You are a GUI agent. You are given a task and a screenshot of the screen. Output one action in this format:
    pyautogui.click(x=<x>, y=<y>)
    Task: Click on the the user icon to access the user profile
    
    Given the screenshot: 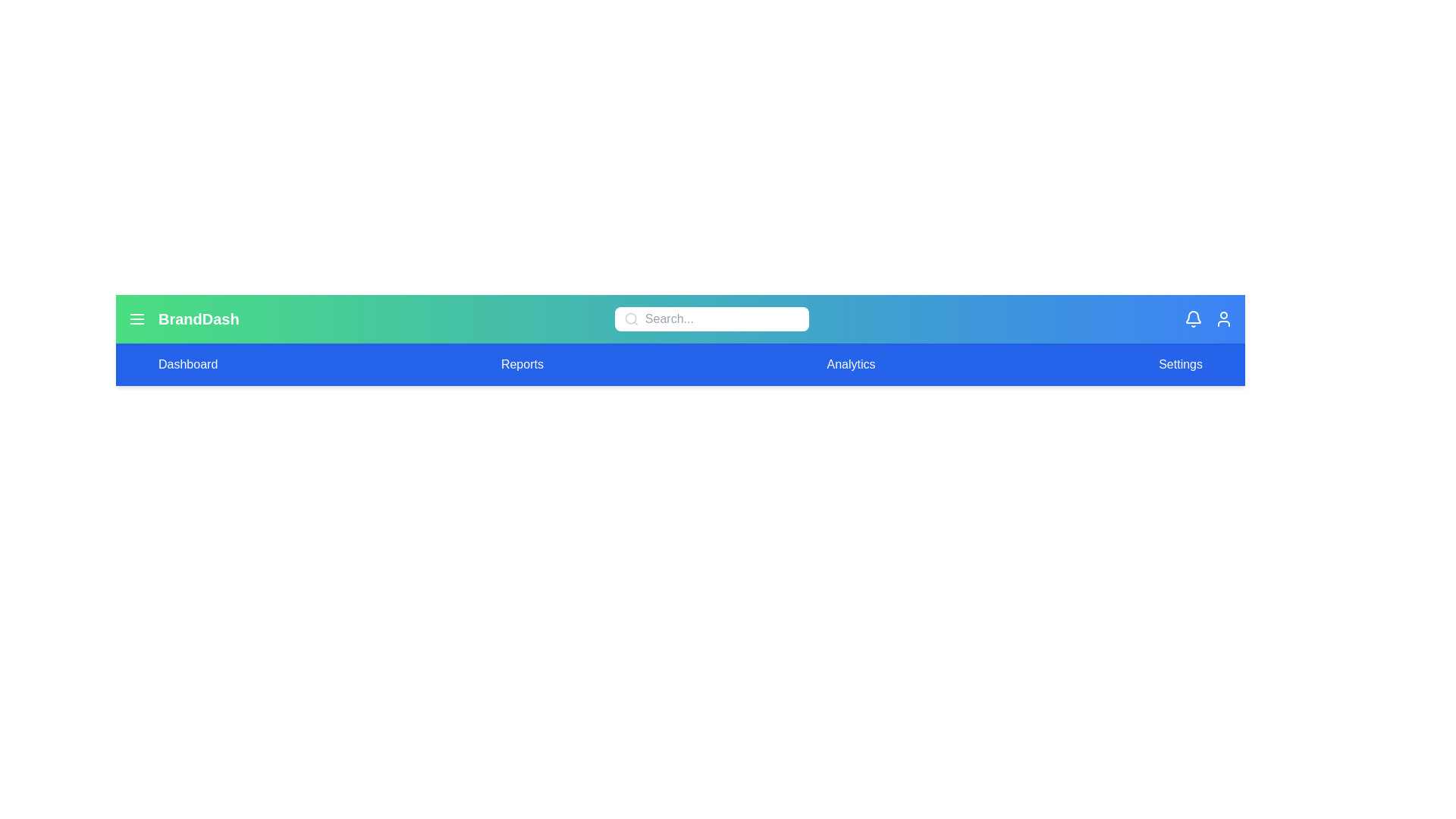 What is the action you would take?
    pyautogui.click(x=1223, y=318)
    